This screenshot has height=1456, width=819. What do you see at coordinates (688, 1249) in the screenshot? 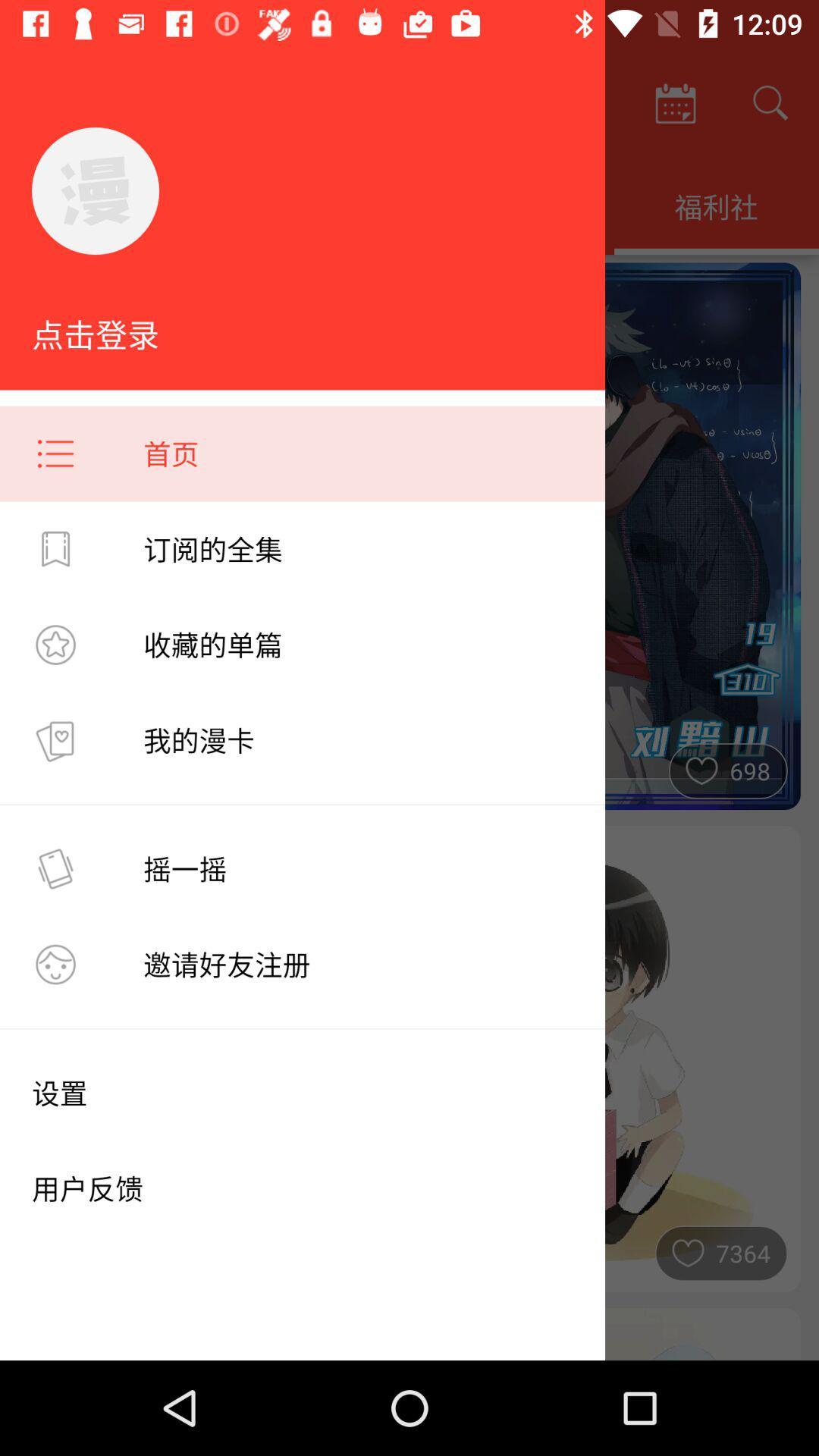
I see `the heart symbol to the left of the numeric 7364` at bounding box center [688, 1249].